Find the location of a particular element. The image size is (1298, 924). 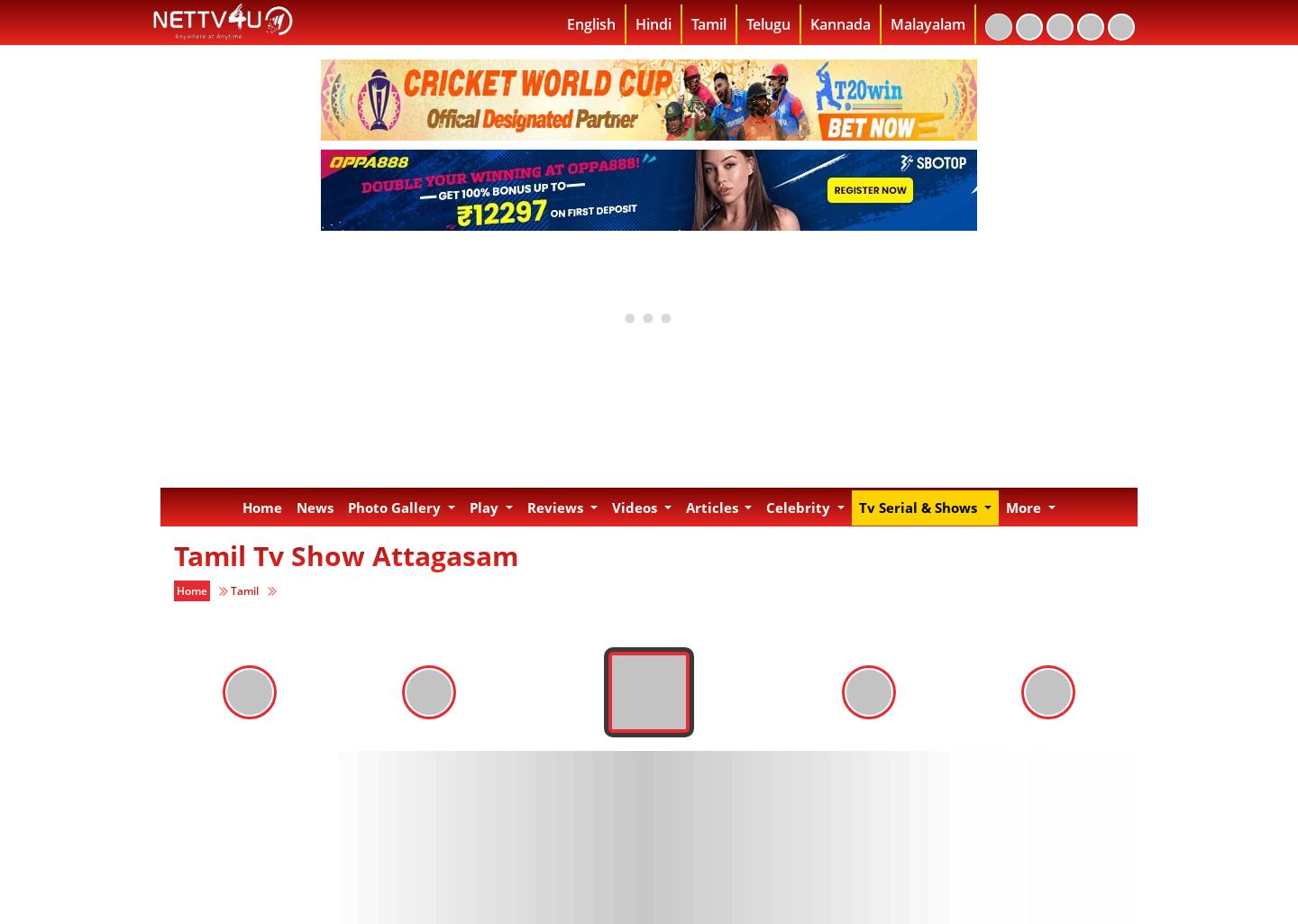

'Reviews' is located at coordinates (555, 508).